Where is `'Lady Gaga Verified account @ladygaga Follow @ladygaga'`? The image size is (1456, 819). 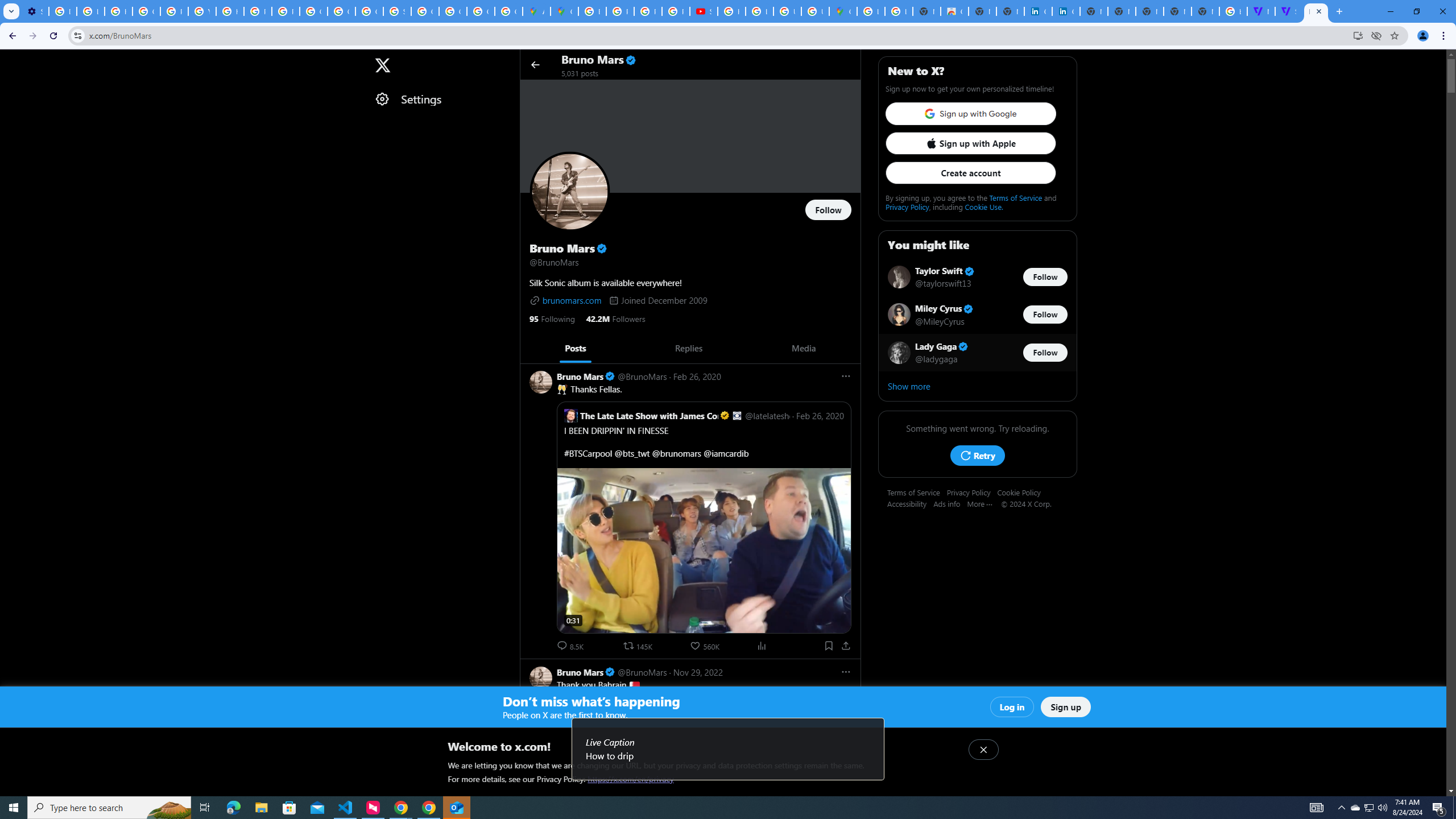
'Lady Gaga Verified account @ladygaga Follow @ladygaga' is located at coordinates (978, 351).